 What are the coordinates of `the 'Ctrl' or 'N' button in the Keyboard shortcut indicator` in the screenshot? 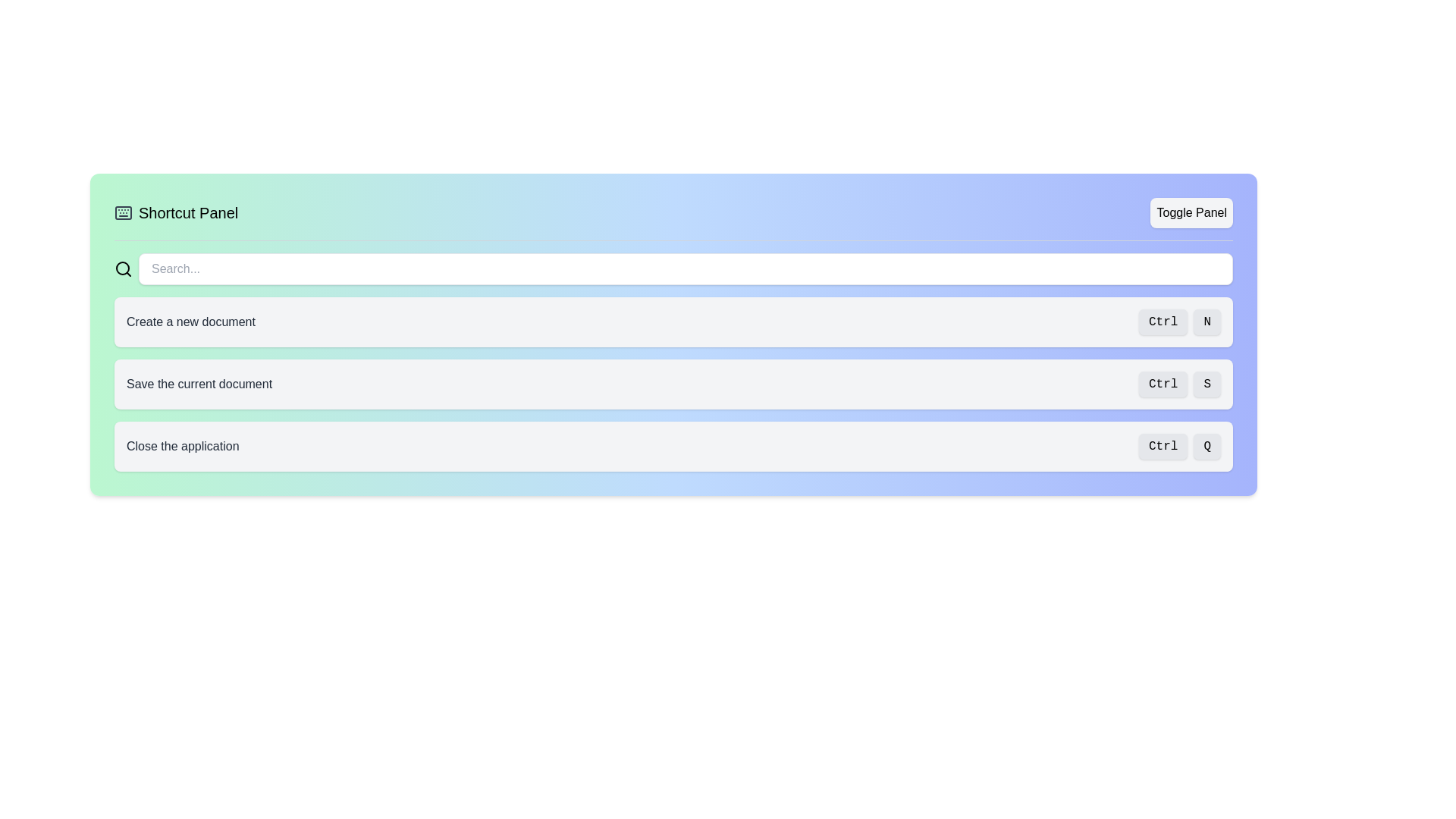 It's located at (1178, 321).